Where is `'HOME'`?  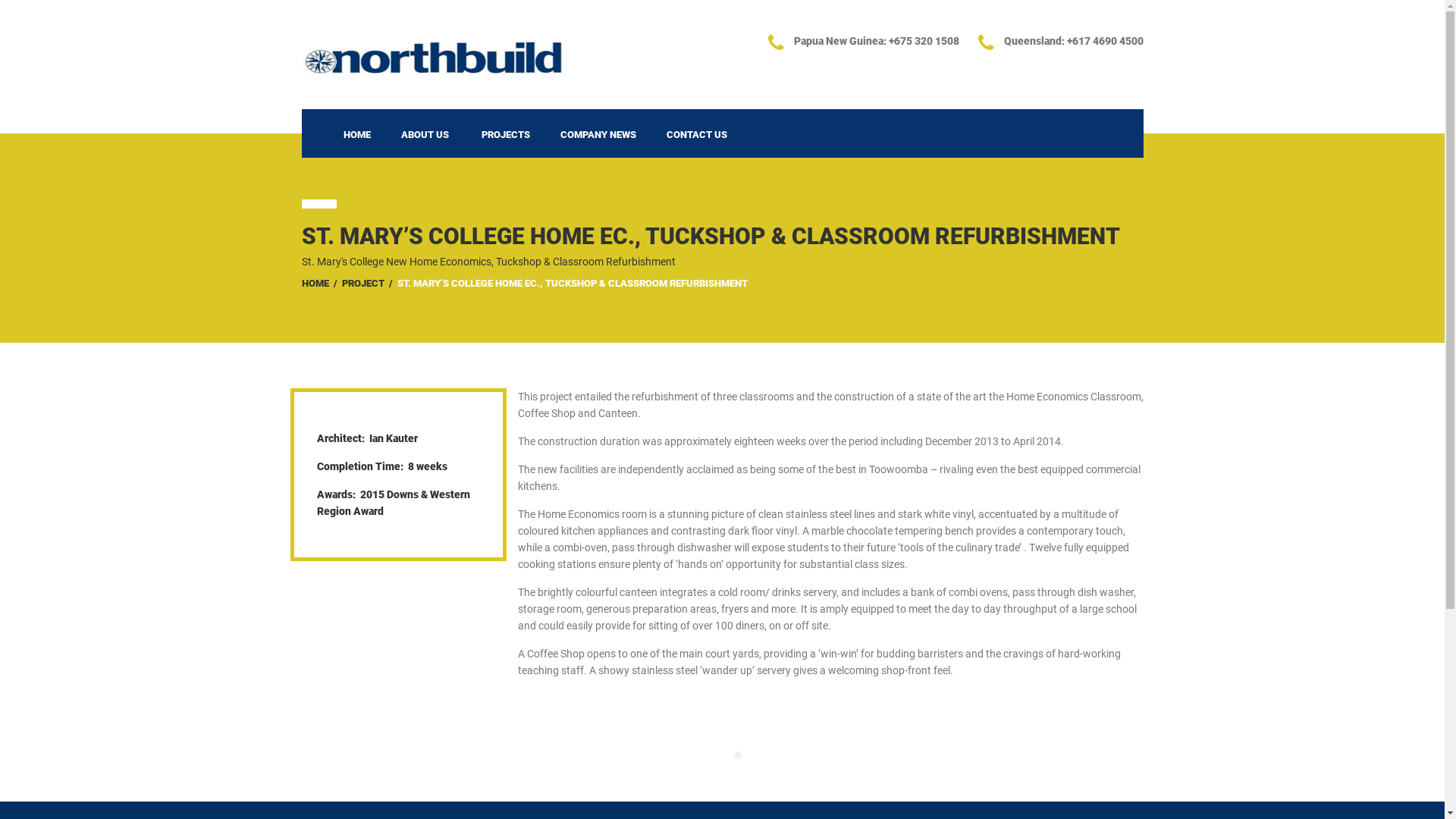
'HOME' is located at coordinates (315, 283).